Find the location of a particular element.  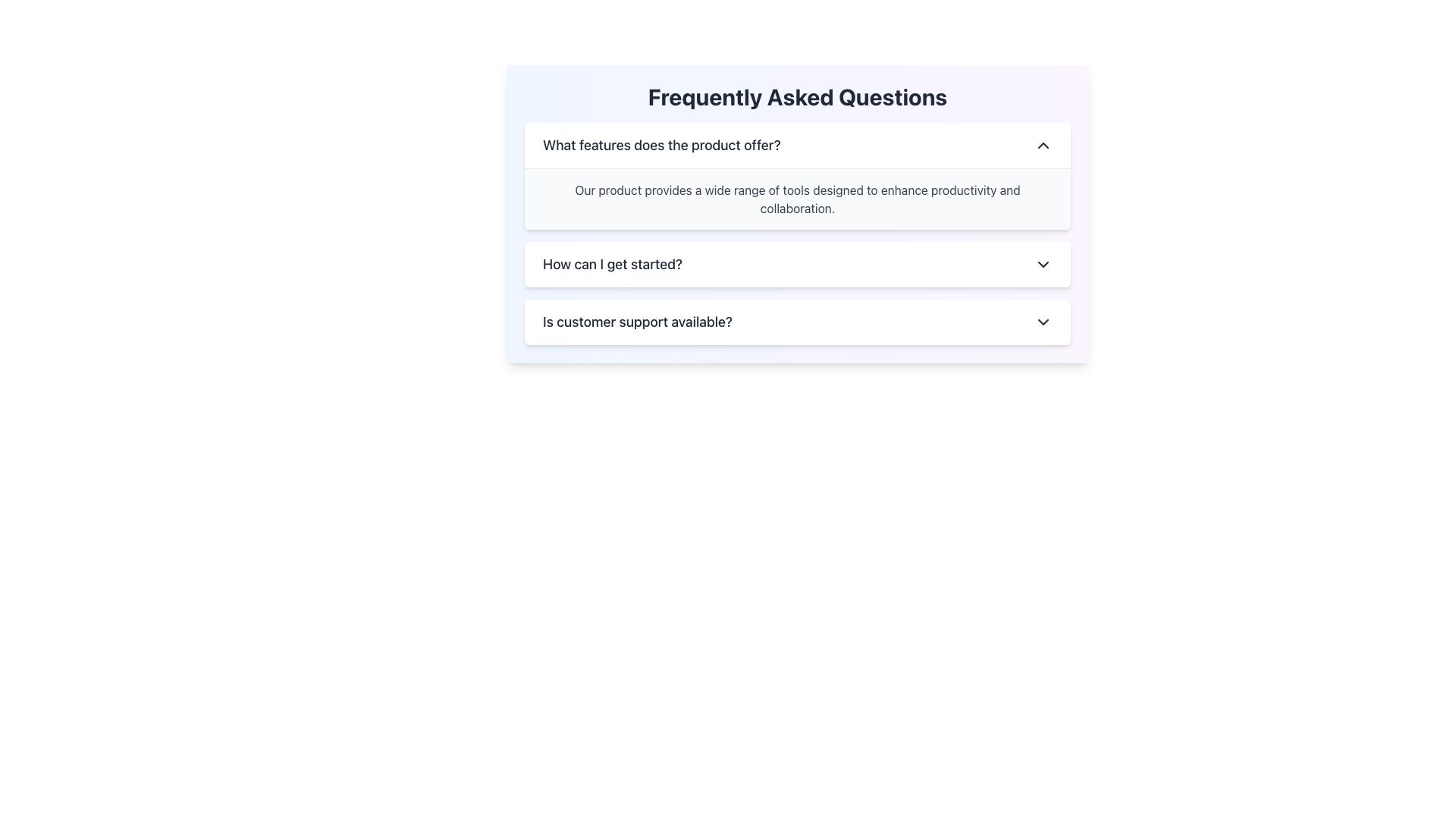

the text label displaying 'What features does the product offer?', which is a medium-sized, bold dark gray header in the FAQ section is located at coordinates (661, 146).